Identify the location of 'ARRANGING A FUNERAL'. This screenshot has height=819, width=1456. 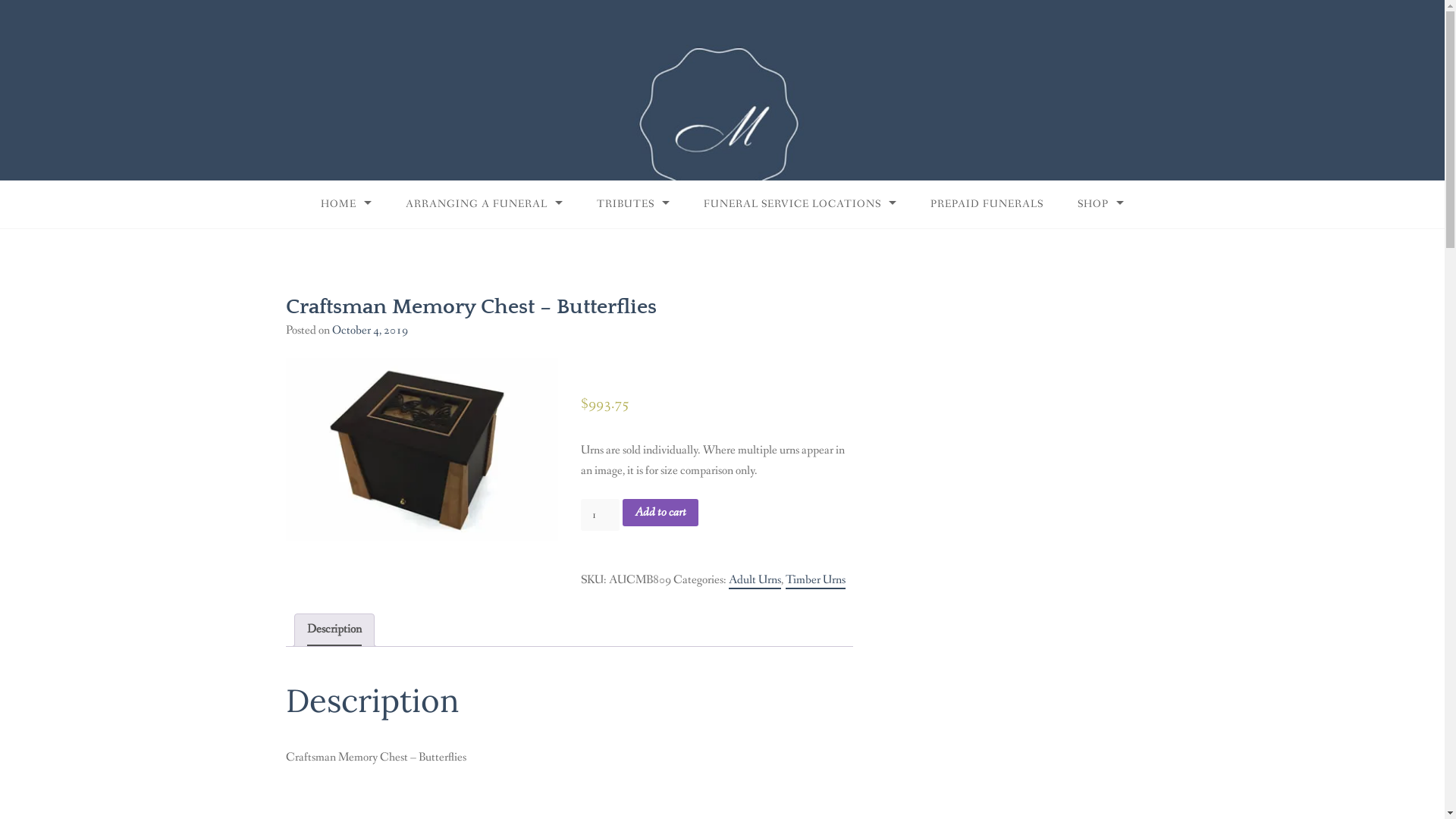
(389, 203).